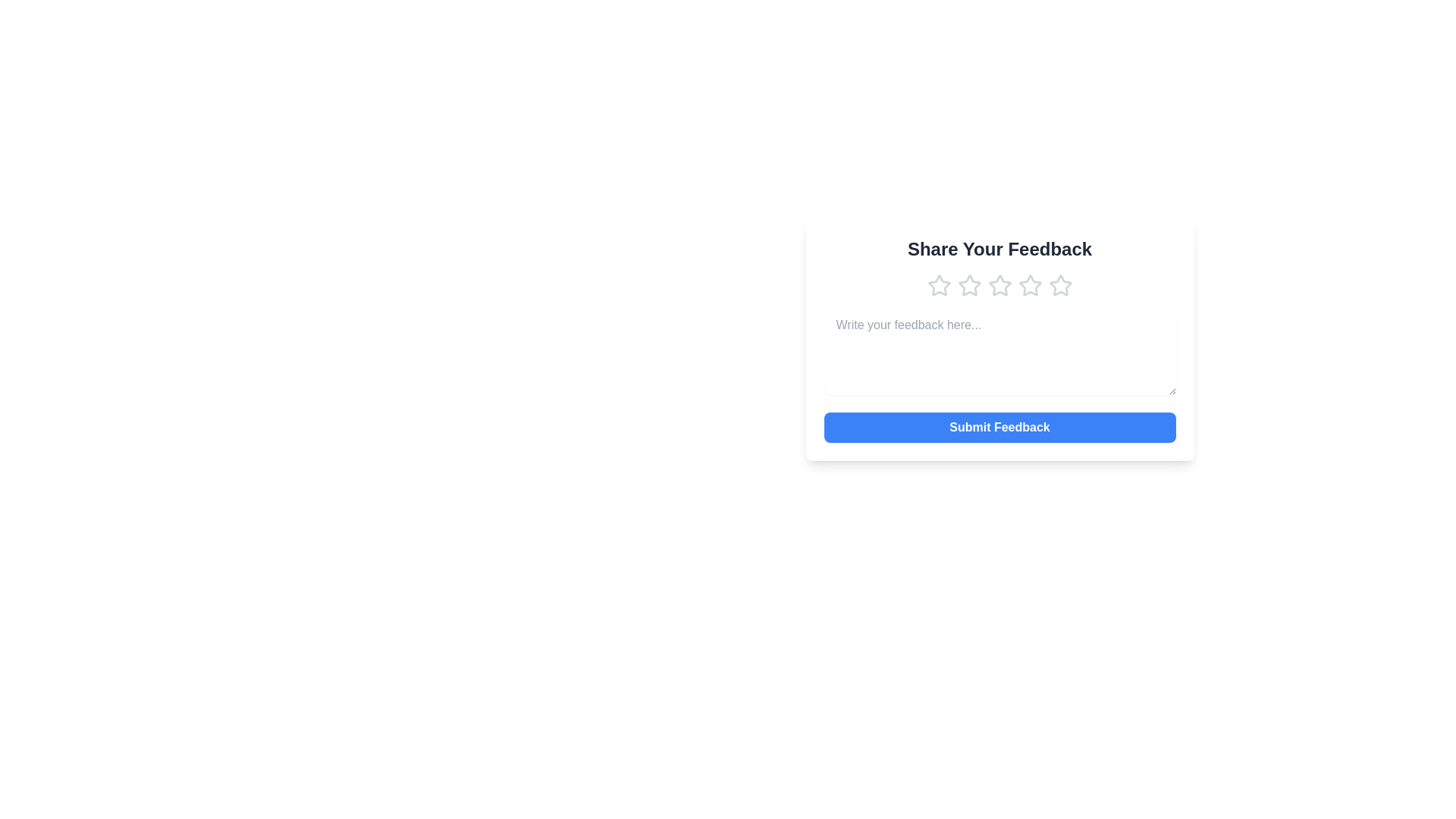  I want to click on the second star-shaped Rating Star Icon in the feedback interface, so click(968, 284).